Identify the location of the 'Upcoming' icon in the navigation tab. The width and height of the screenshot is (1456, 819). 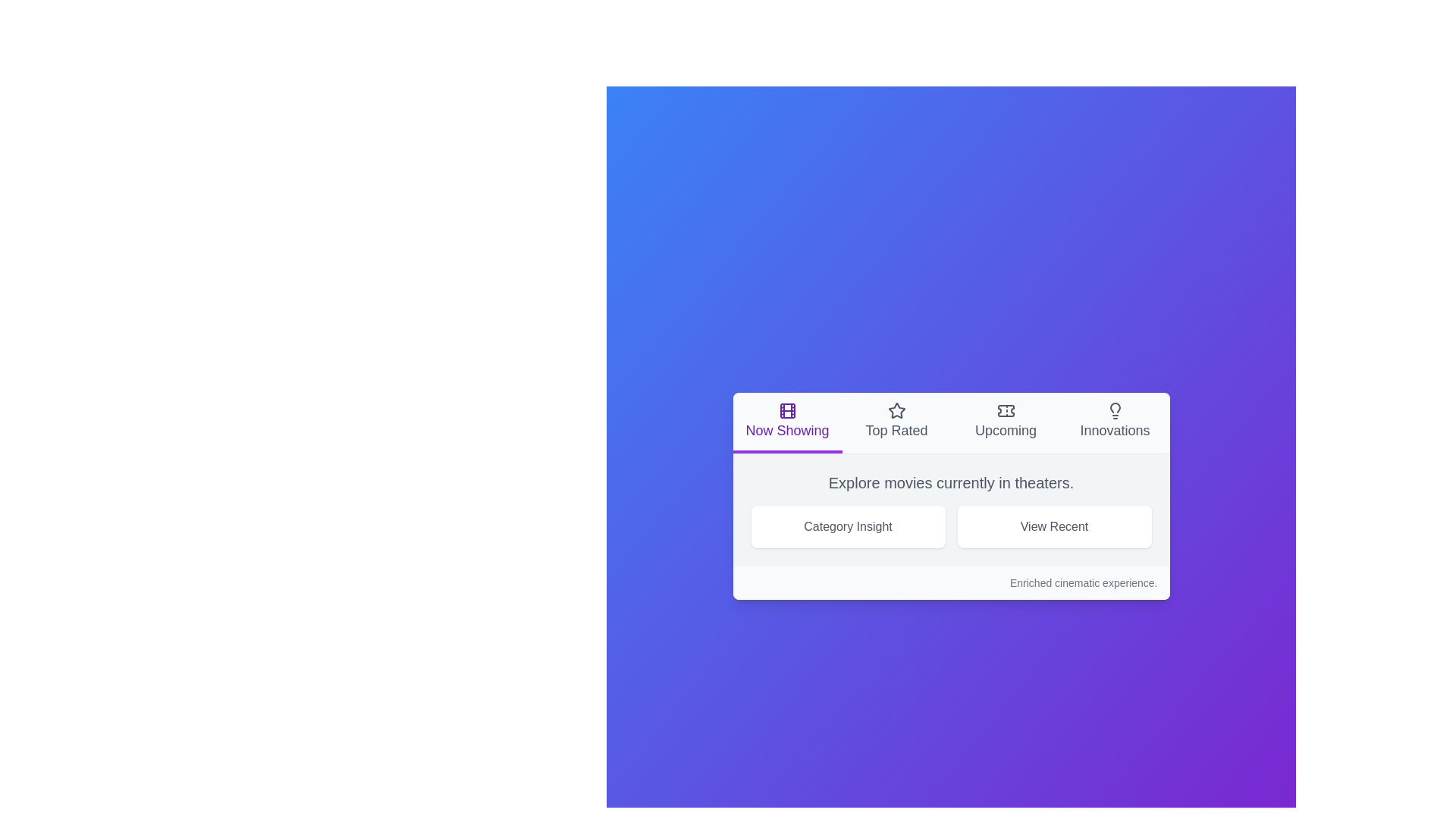
(1006, 410).